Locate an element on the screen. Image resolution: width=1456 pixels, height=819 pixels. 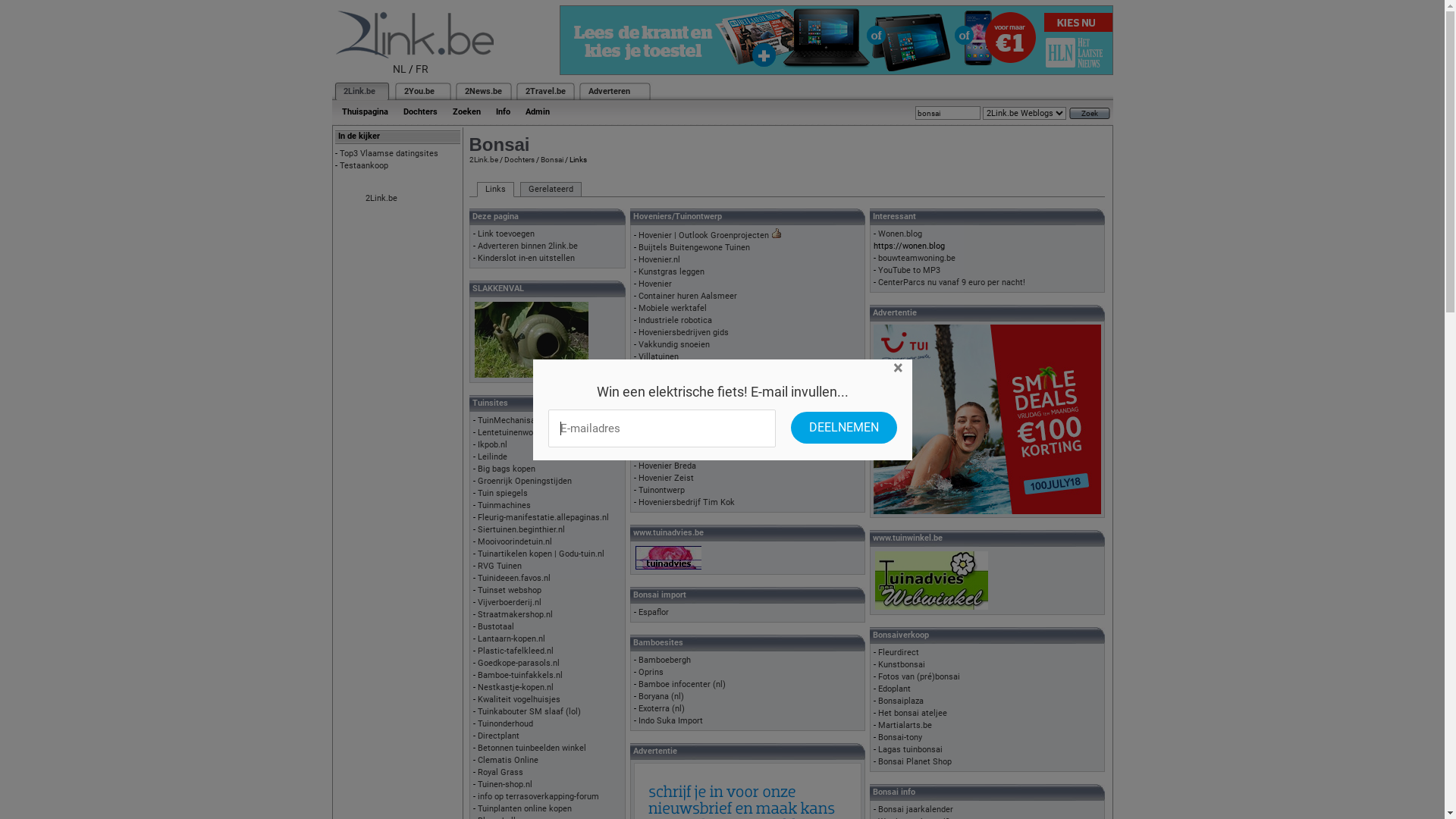
'Hovenier' is located at coordinates (638, 284).